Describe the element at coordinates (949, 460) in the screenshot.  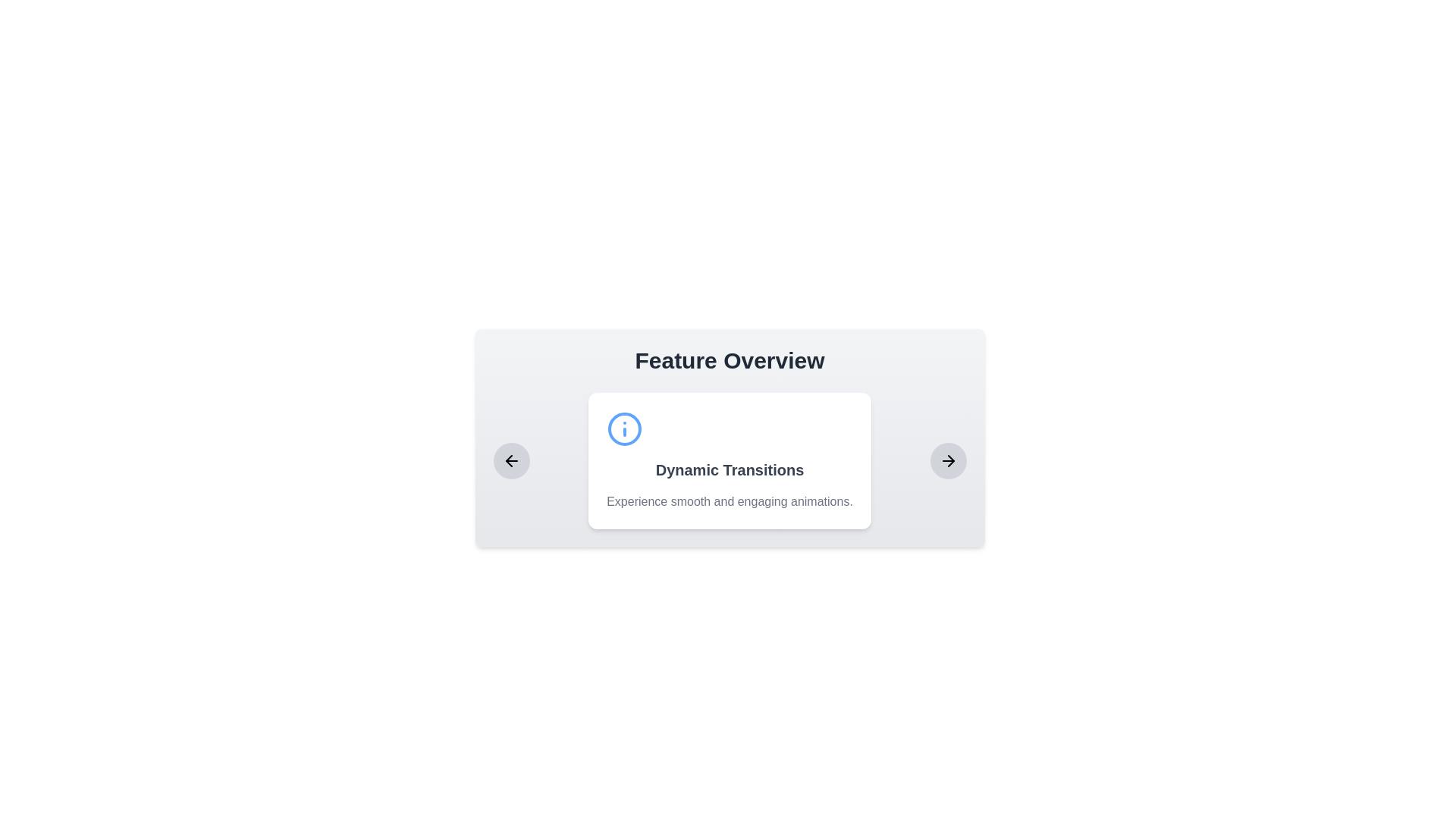
I see `the rightward-pointing arrow icon, which is a small triangular arrowhead with rounded ends` at that location.